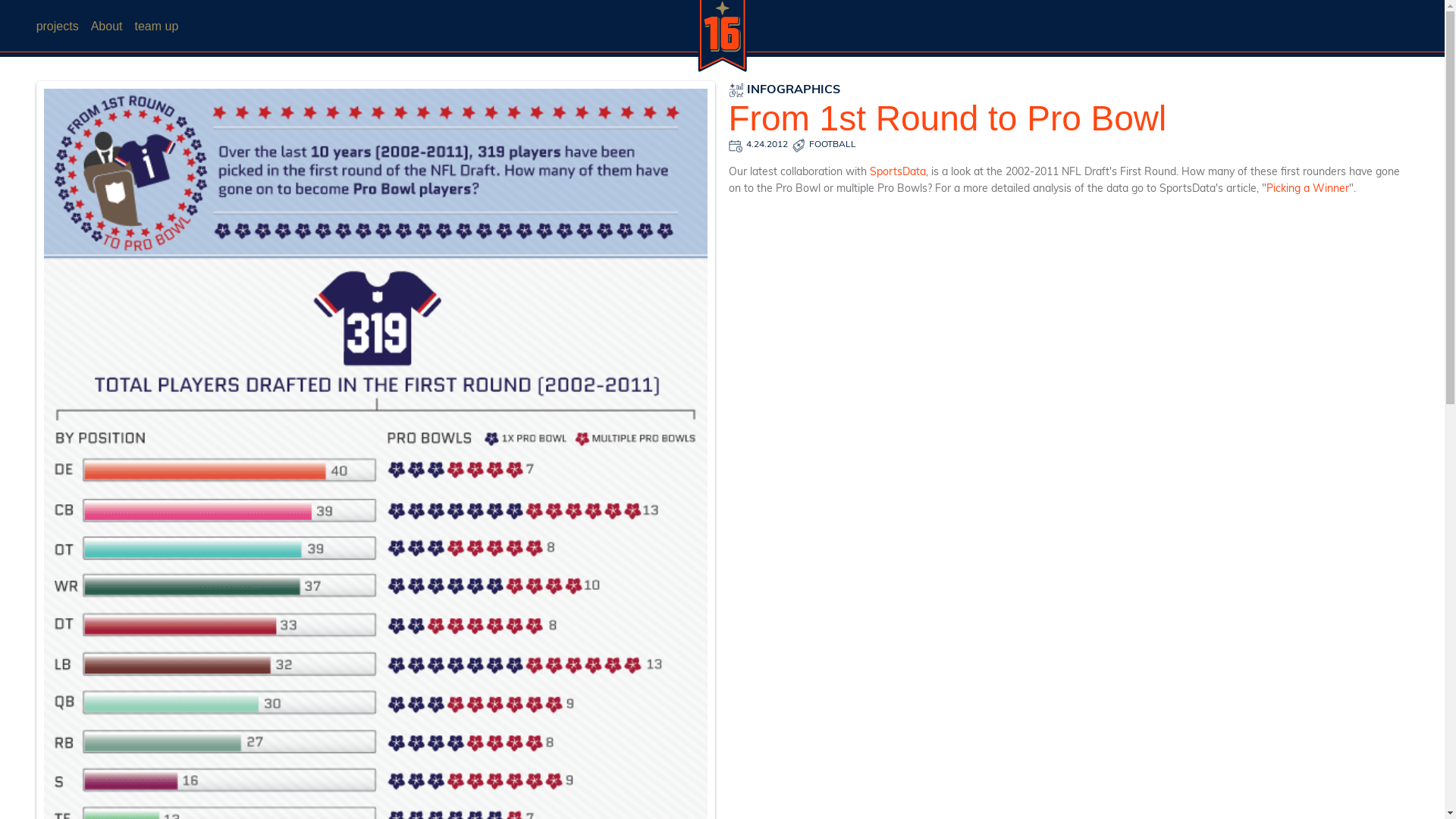  Describe the element at coordinates (783, 90) in the screenshot. I see `'INFOGRAPHICS'` at that location.